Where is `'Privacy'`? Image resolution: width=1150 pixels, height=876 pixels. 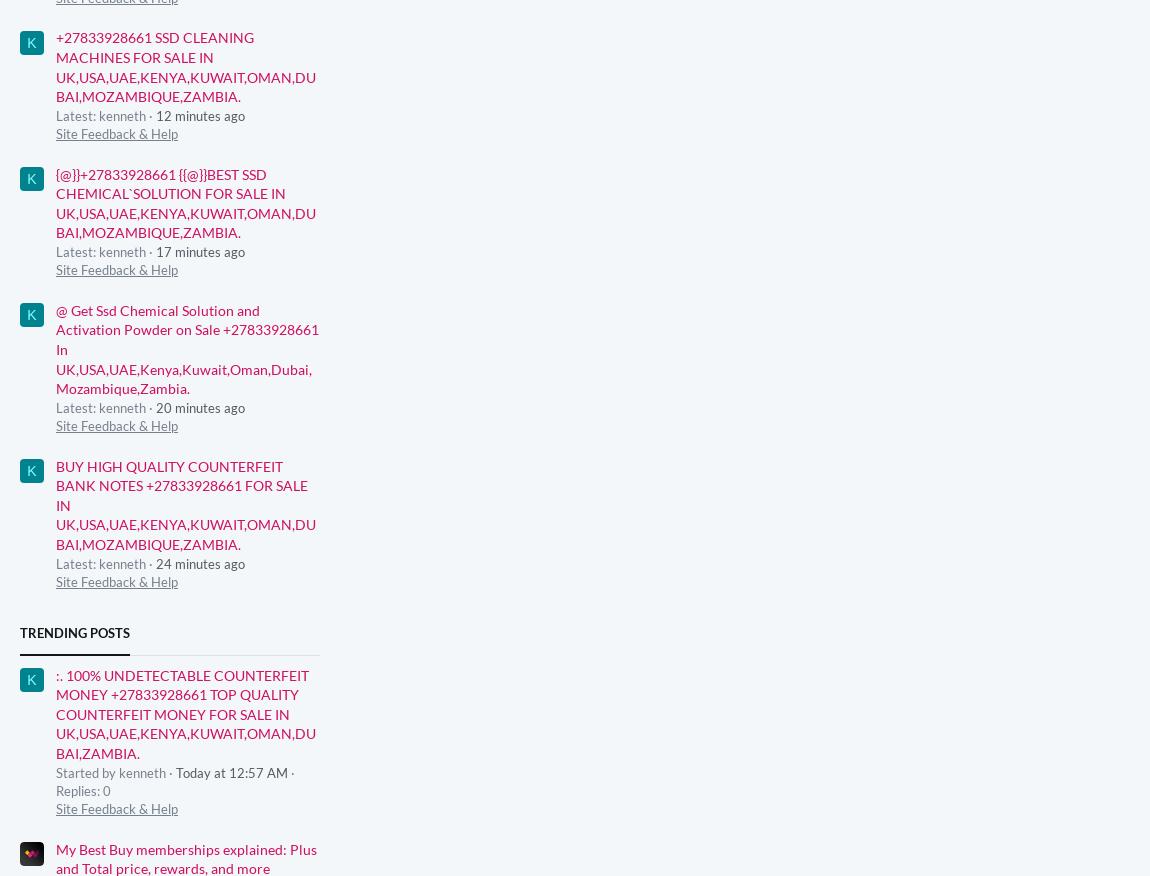 'Privacy' is located at coordinates (625, 849).